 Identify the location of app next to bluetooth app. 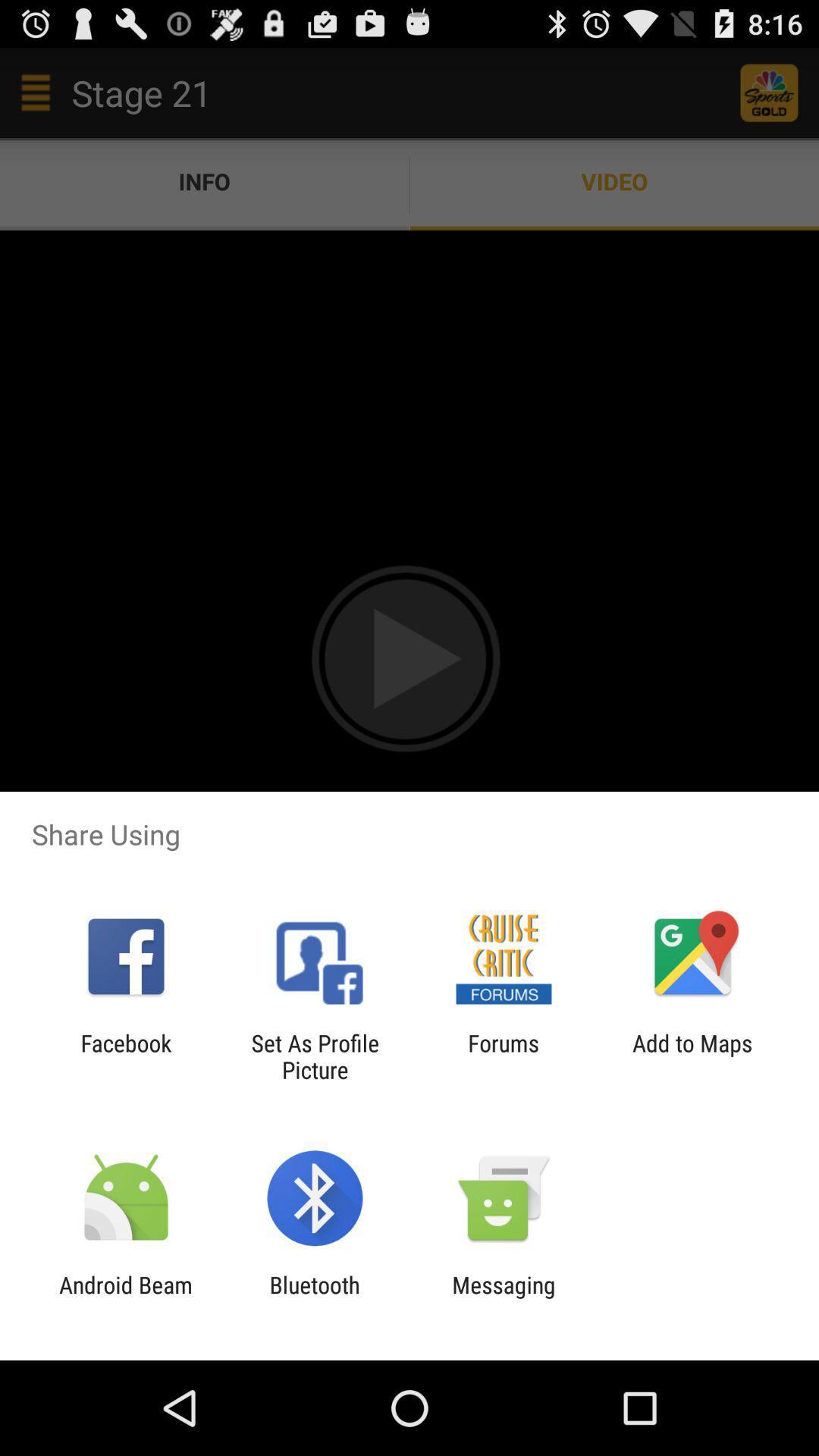
(125, 1298).